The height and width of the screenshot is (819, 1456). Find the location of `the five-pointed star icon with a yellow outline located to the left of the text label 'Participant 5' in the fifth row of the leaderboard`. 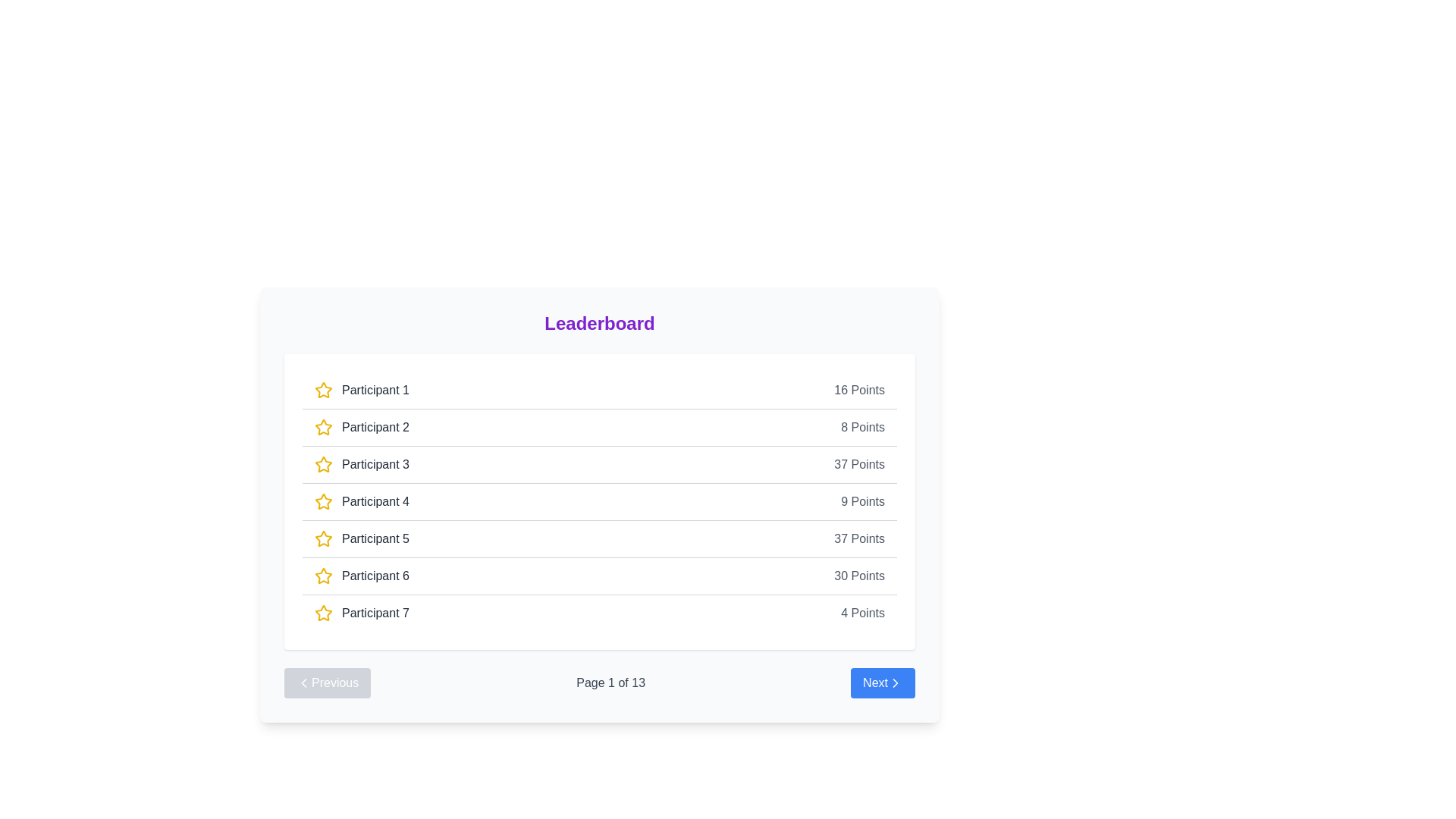

the five-pointed star icon with a yellow outline located to the left of the text label 'Participant 5' in the fifth row of the leaderboard is located at coordinates (323, 538).